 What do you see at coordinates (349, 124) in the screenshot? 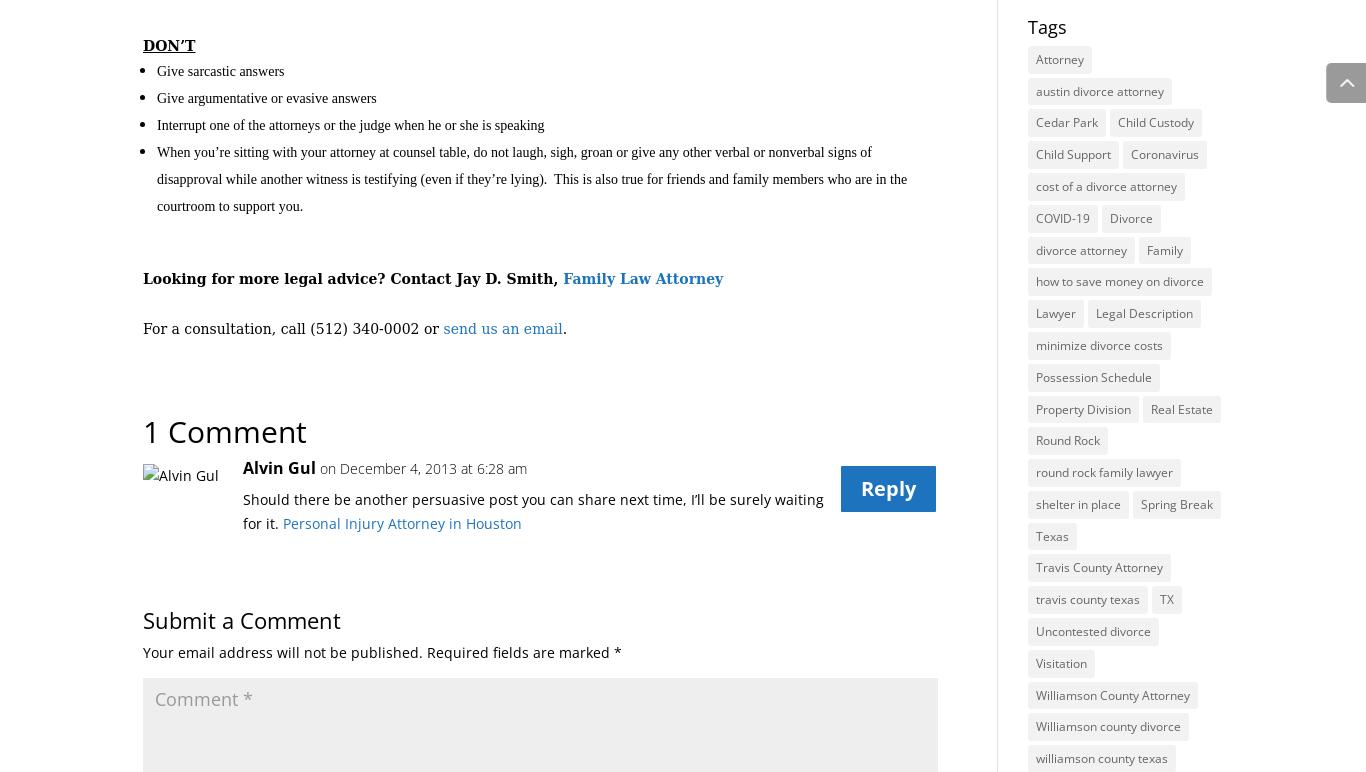
I see `'Interrupt one of the attorneys or the judge when he or she is speaking'` at bounding box center [349, 124].